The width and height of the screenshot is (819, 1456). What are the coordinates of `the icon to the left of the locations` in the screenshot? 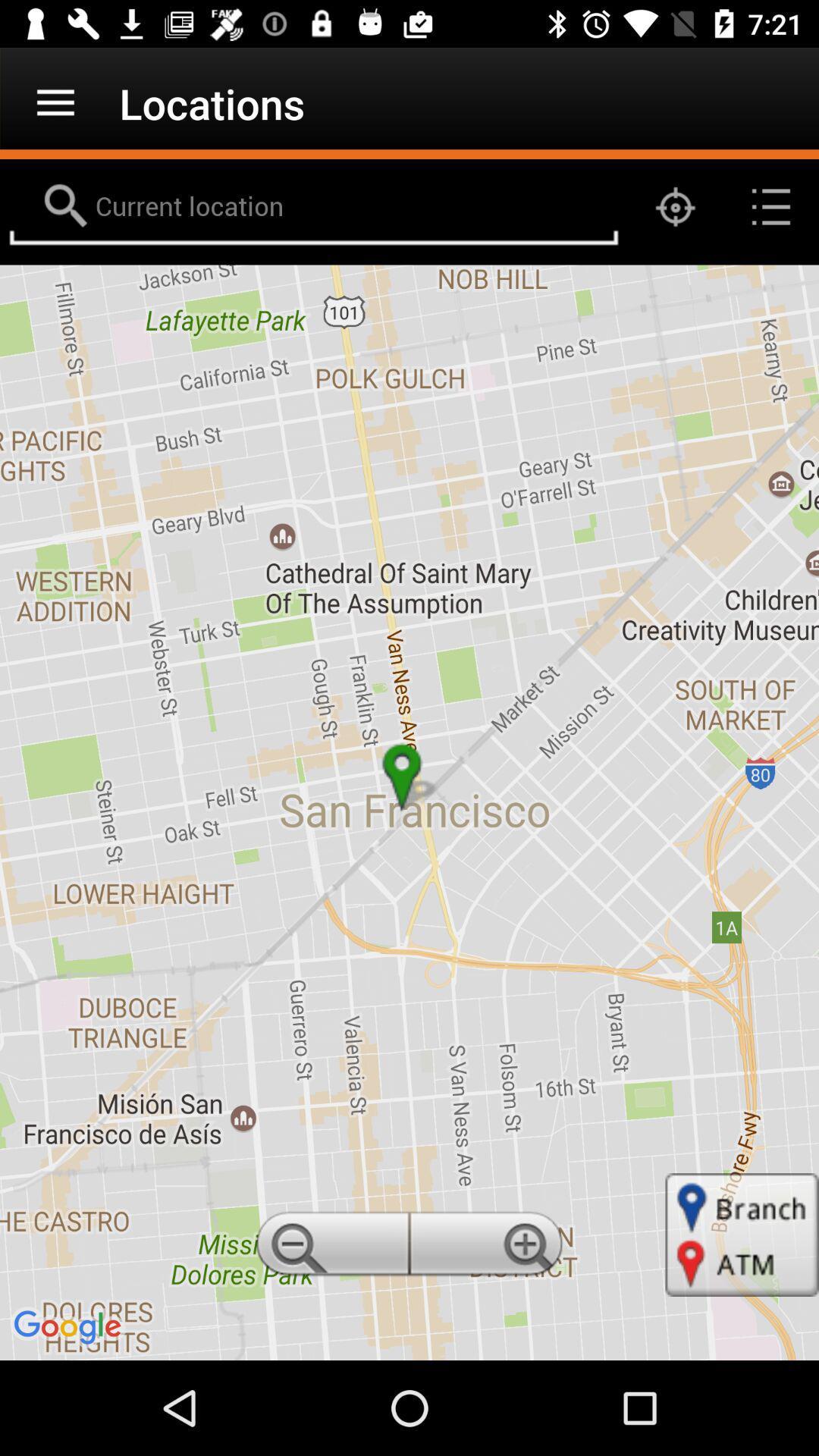 It's located at (55, 102).